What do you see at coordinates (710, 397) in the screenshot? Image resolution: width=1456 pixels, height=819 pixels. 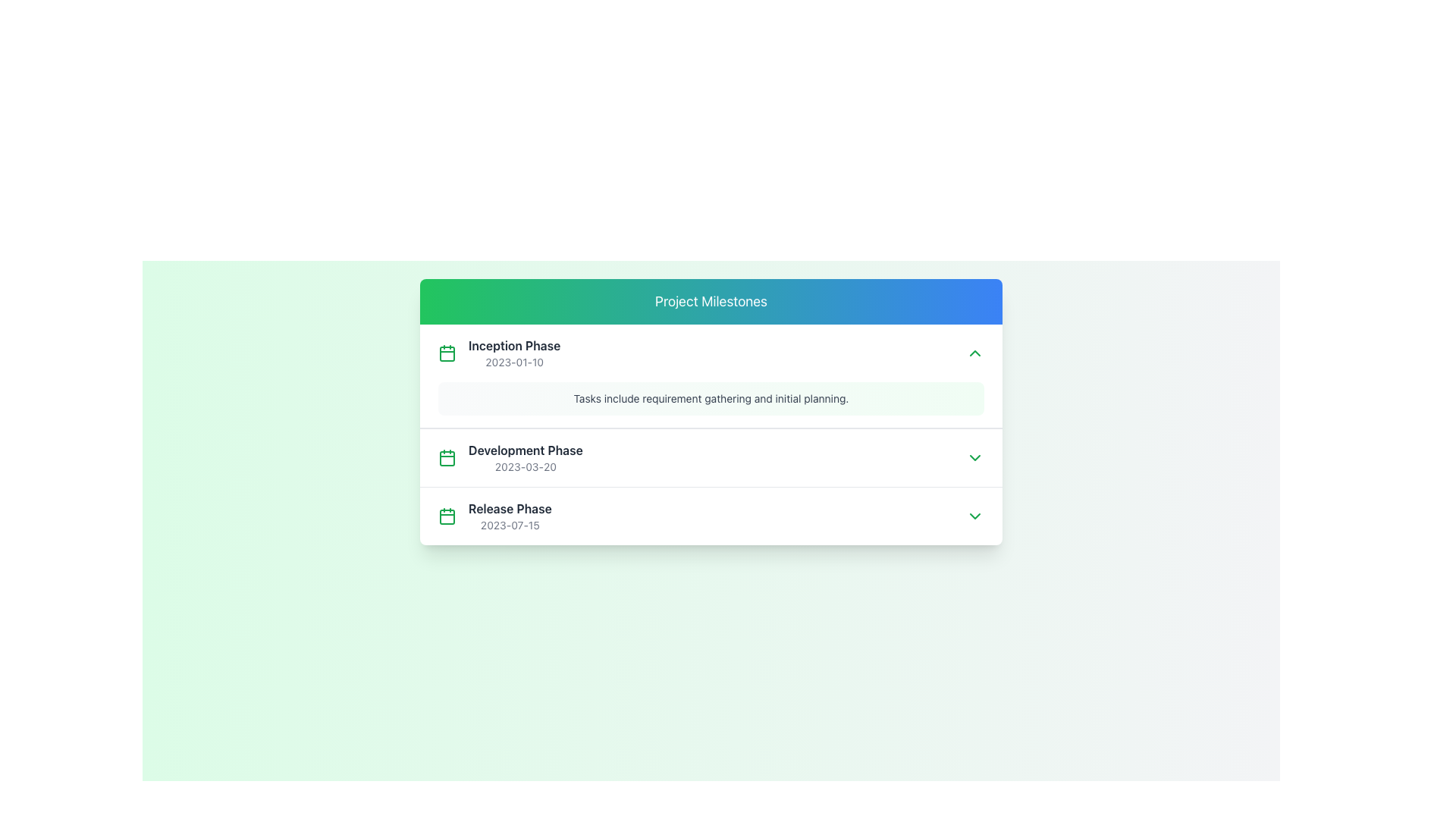 I see `the descriptive text label that provides additional details about the tasks included in the 'Inception Phase', located centrally underneath the title and date in the 'Project Milestones' interface` at bounding box center [710, 397].